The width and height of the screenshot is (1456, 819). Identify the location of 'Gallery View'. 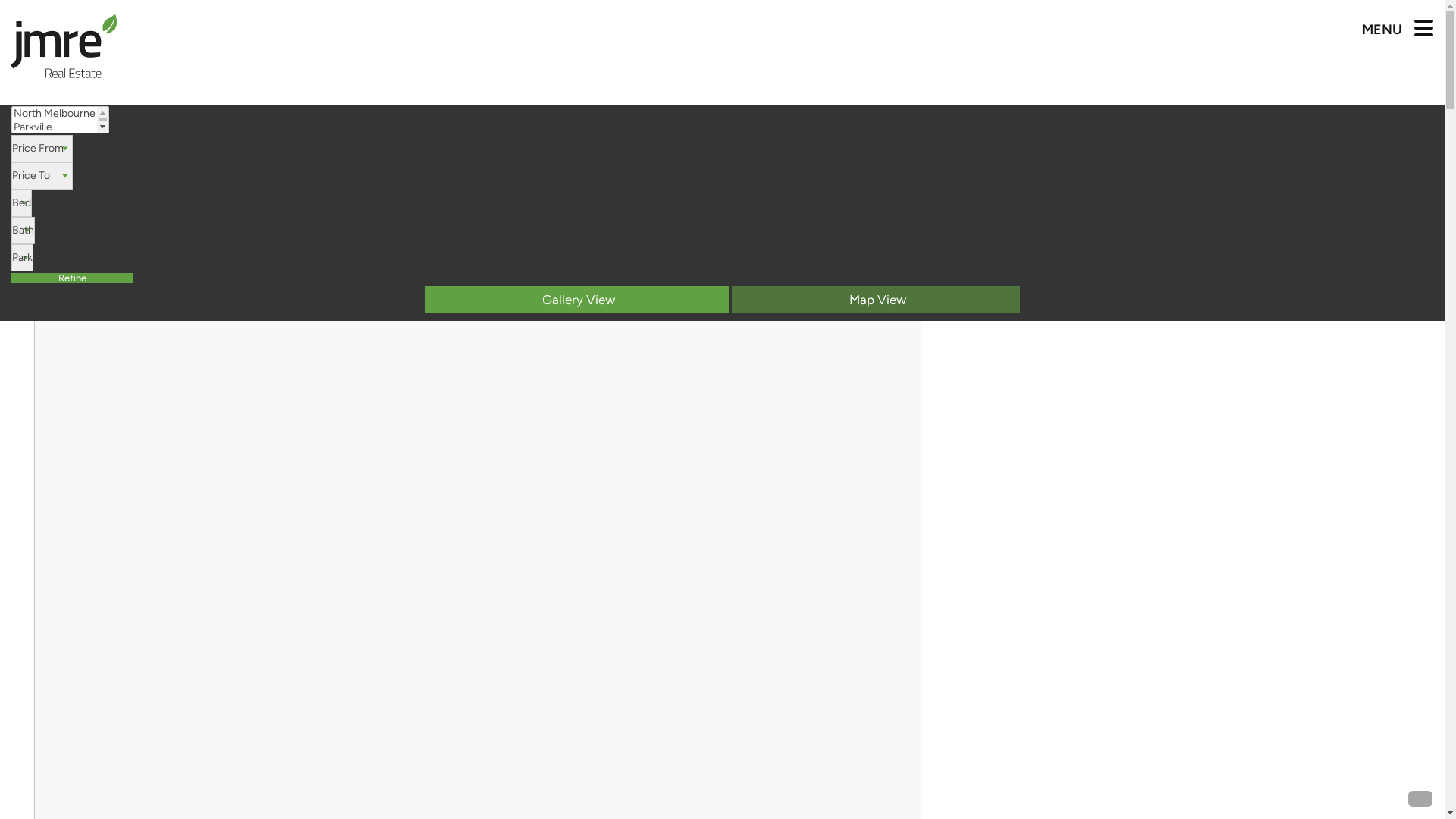
(576, 299).